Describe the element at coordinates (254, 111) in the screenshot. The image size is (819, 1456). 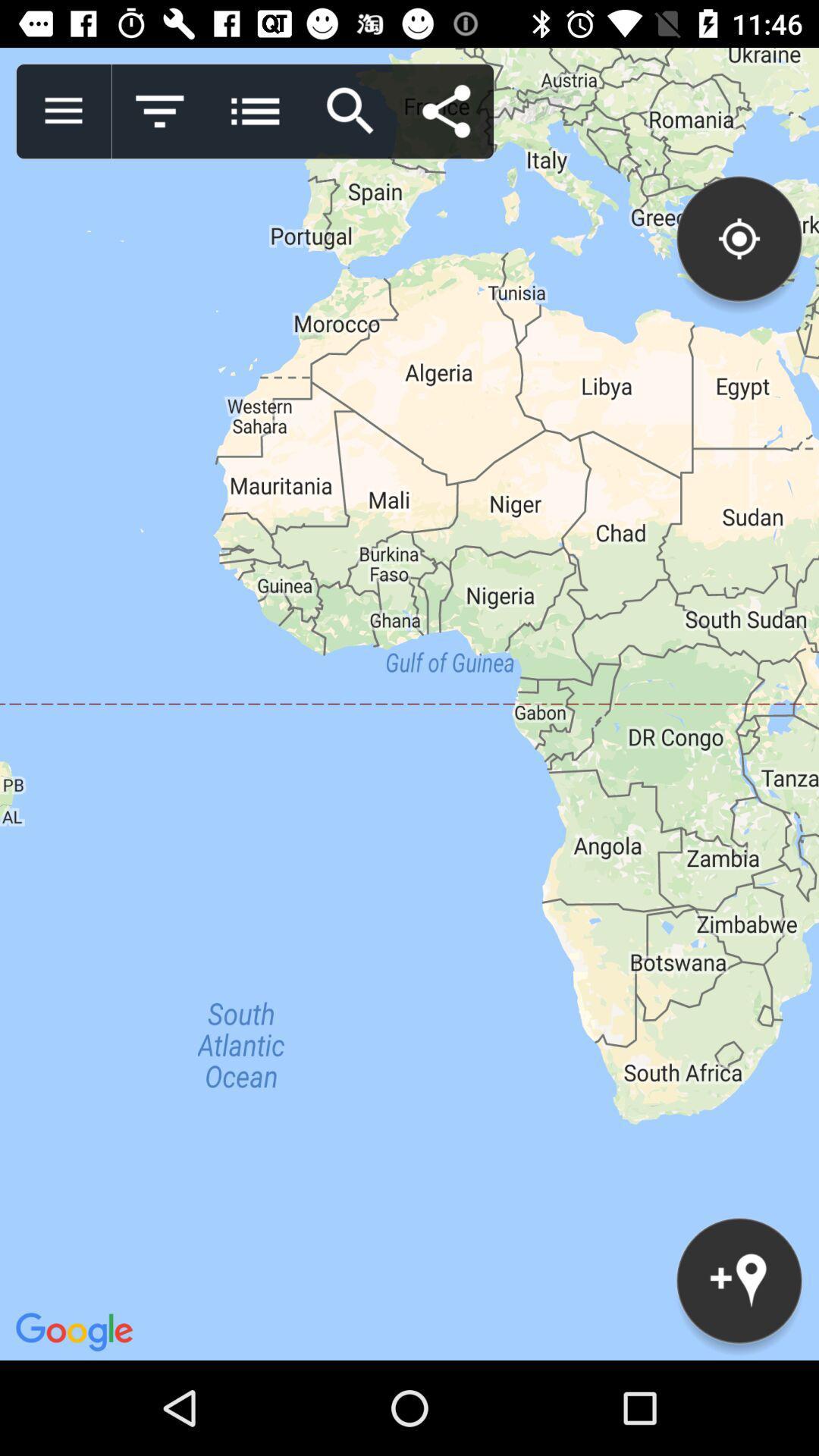
I see `menu` at that location.